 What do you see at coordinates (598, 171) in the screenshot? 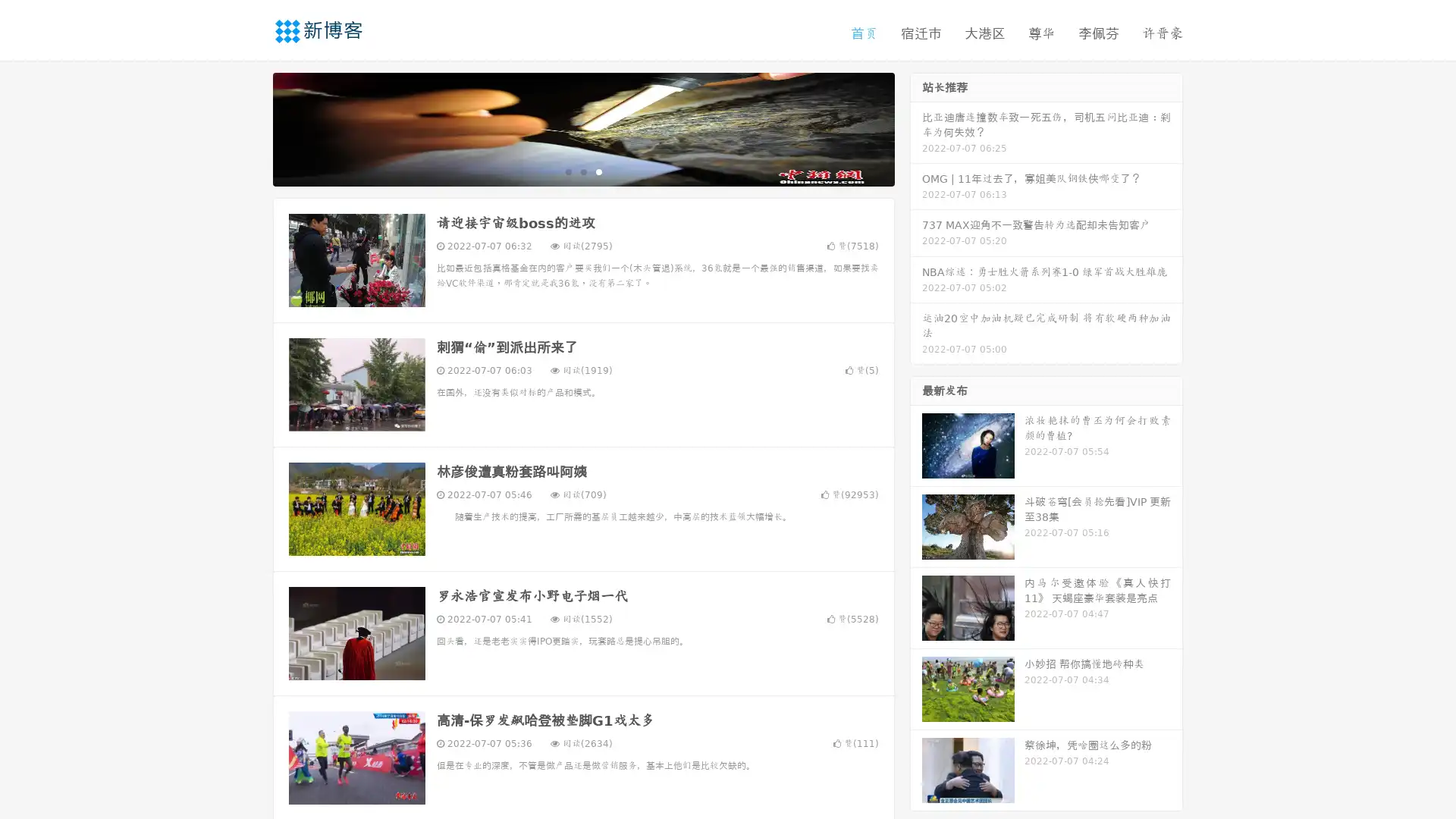
I see `Go to slide 3` at bounding box center [598, 171].